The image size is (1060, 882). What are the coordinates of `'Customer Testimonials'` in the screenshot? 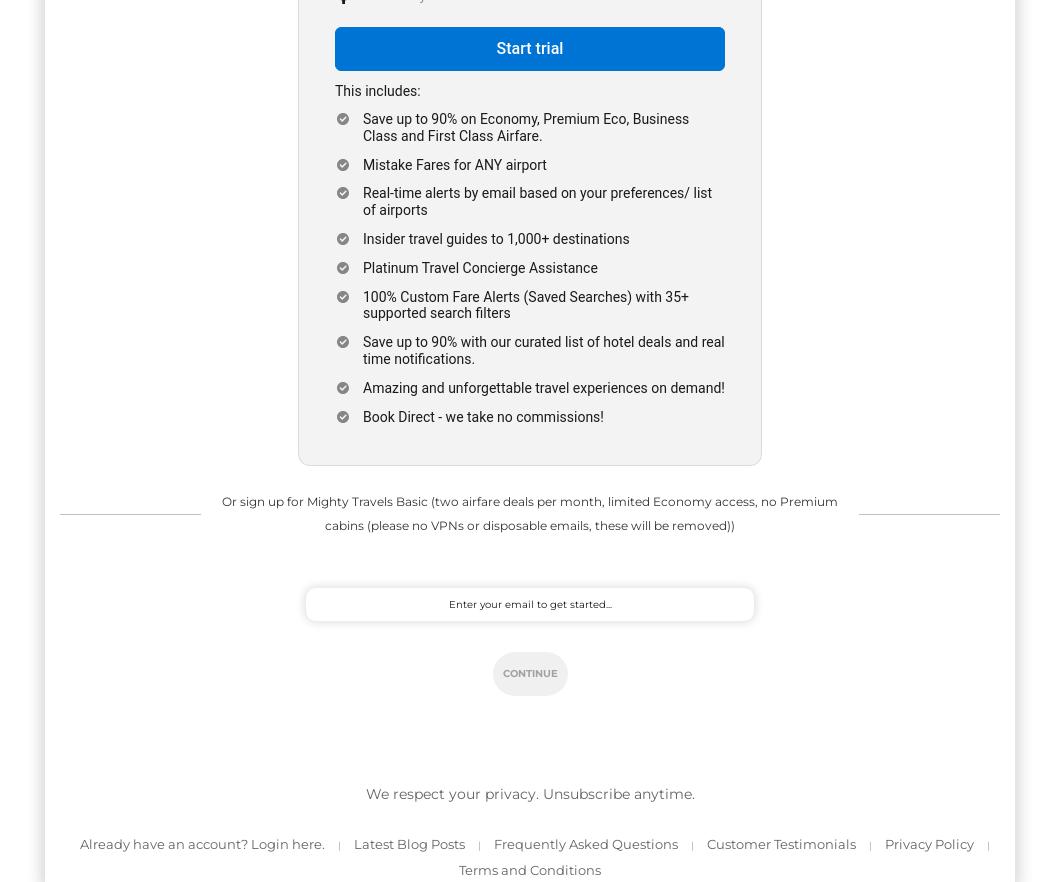 It's located at (780, 843).